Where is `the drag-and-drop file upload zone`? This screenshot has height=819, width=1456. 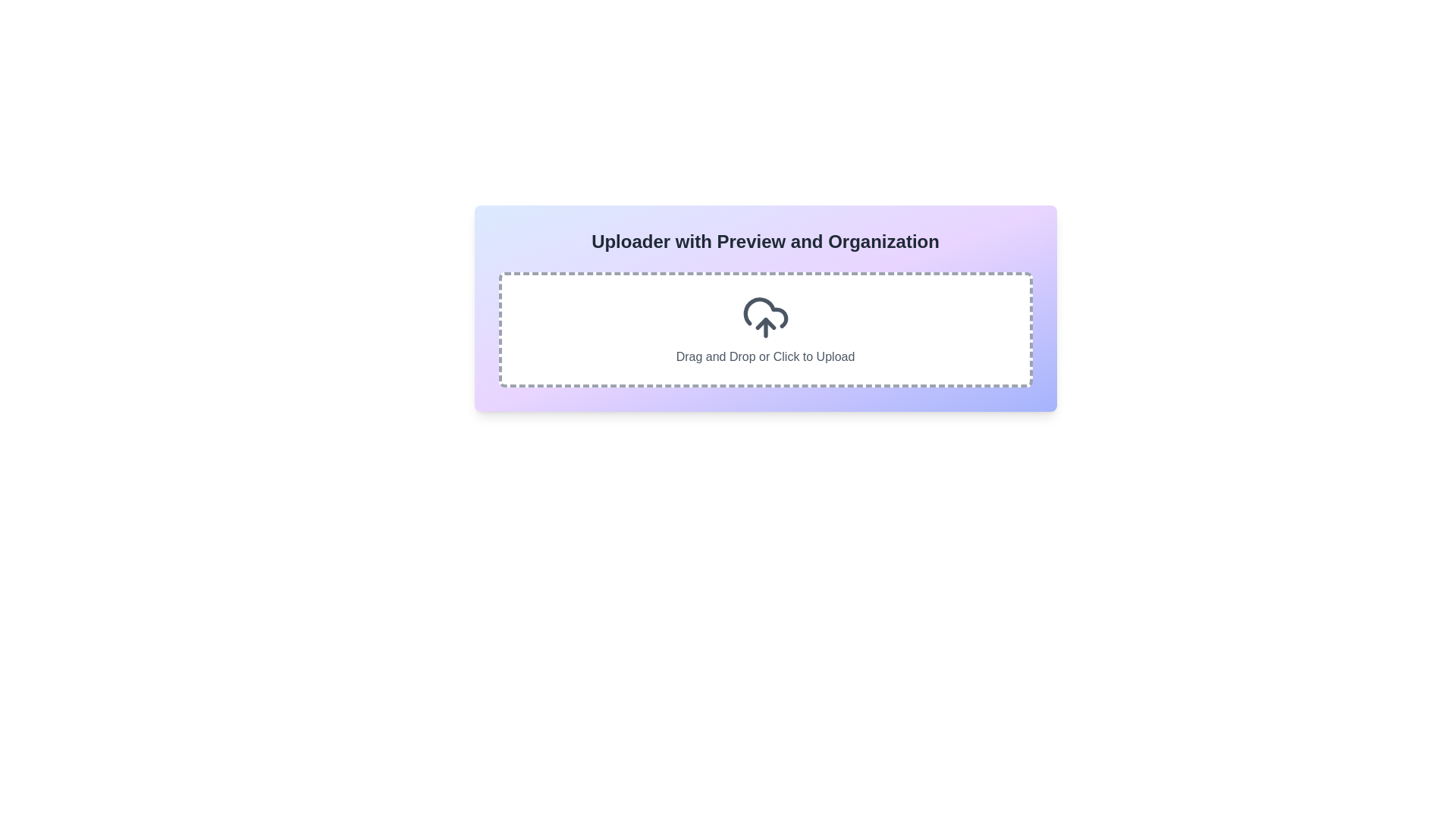 the drag-and-drop file upload zone is located at coordinates (765, 327).